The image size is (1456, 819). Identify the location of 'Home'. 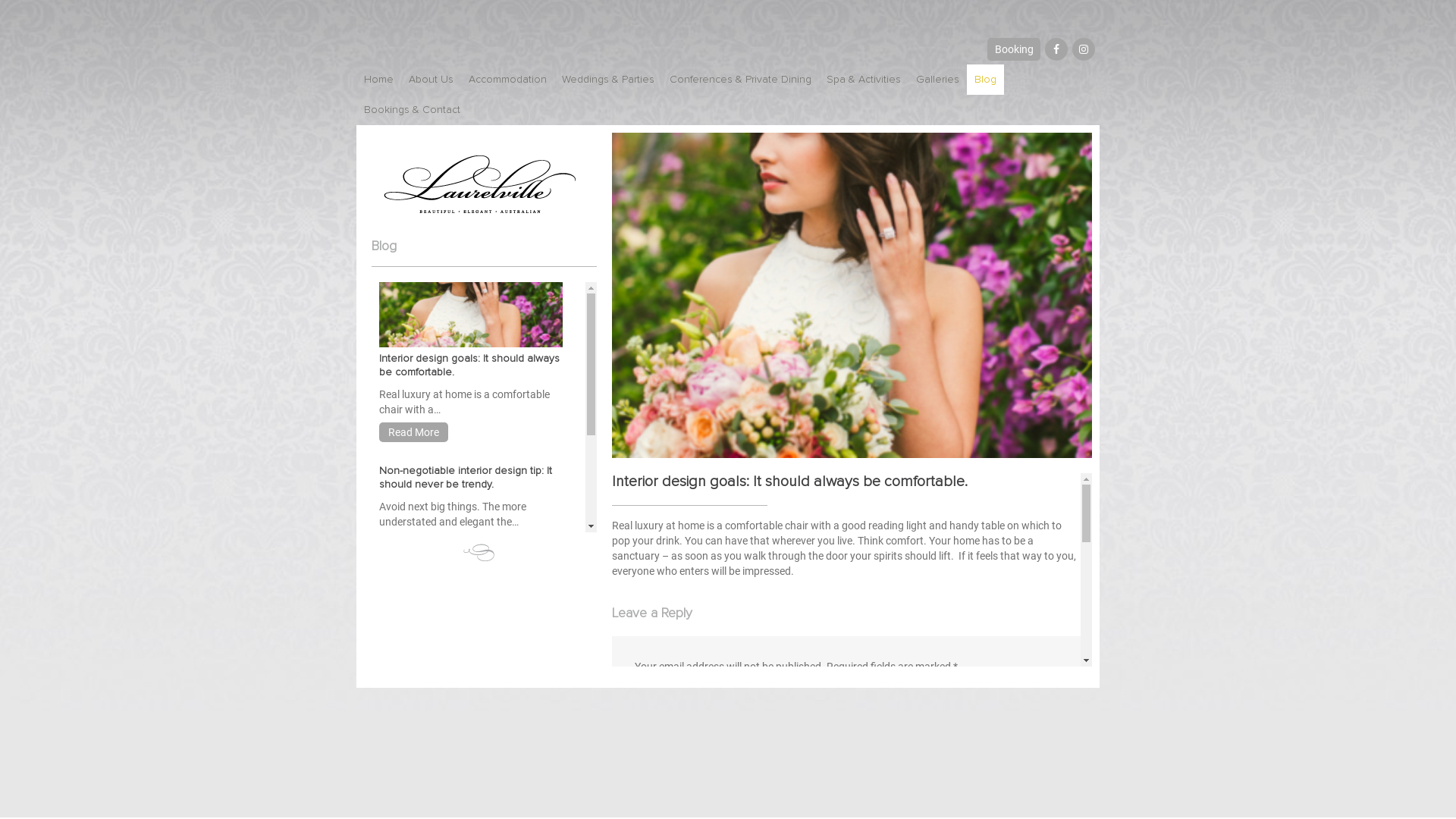
(378, 79).